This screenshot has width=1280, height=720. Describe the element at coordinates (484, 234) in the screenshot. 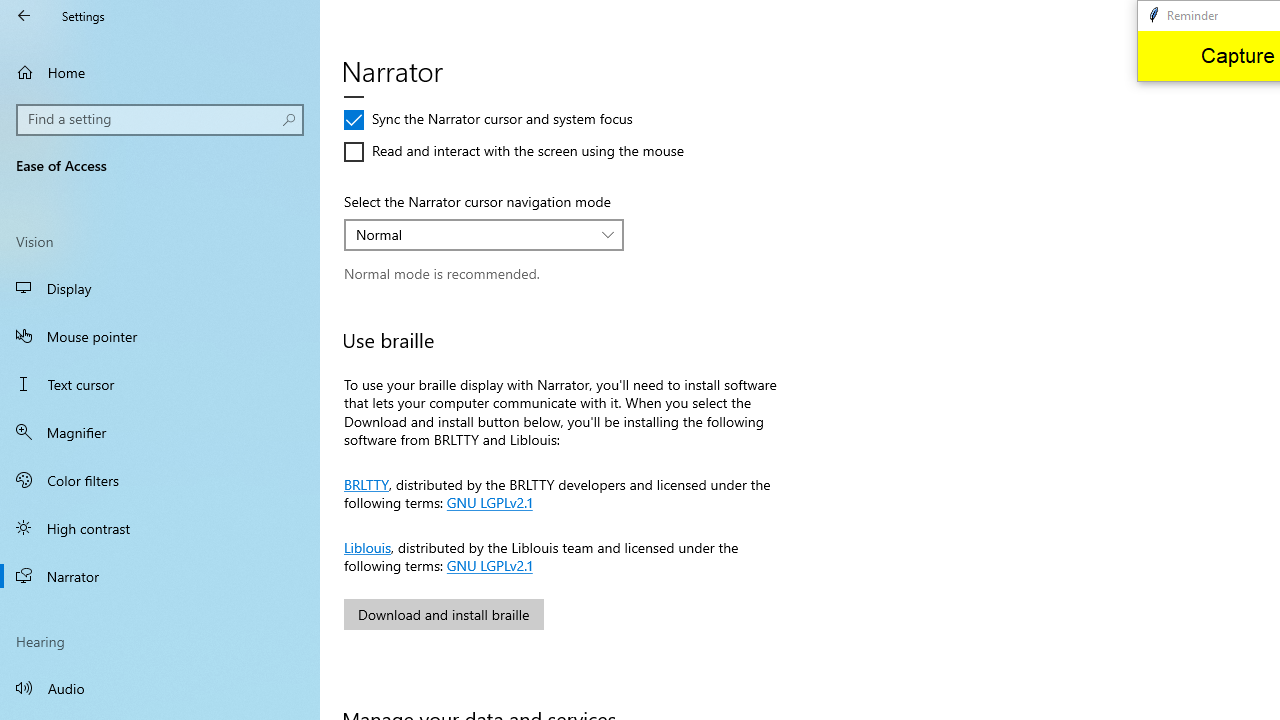

I see `'Select the Narrator cursor navigation mode'` at that location.